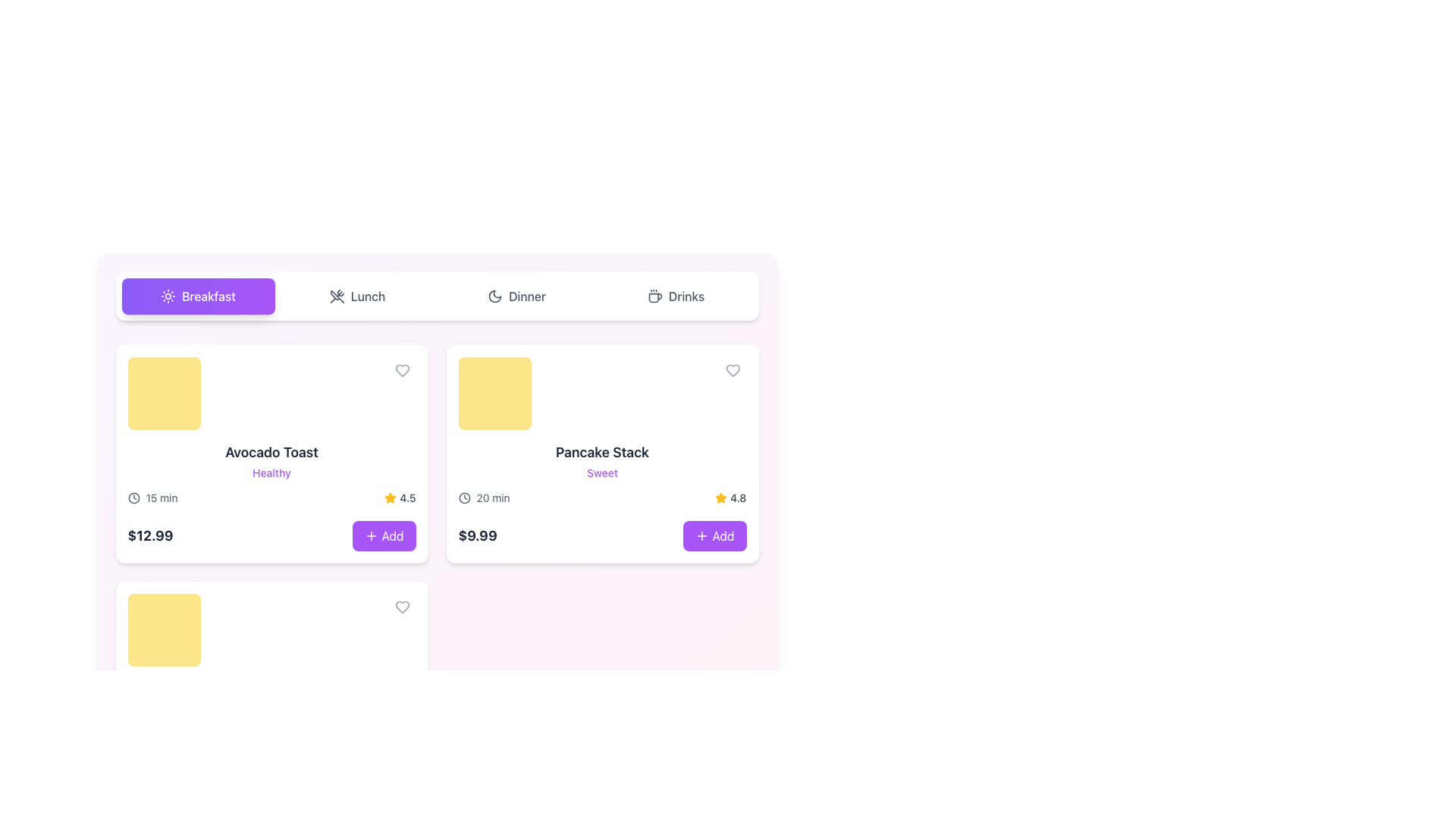 The height and width of the screenshot is (819, 1456). Describe the element at coordinates (601, 472) in the screenshot. I see `text label providing additional information about the 'Pancake Stack' item, located underneath the title text in the card` at that location.